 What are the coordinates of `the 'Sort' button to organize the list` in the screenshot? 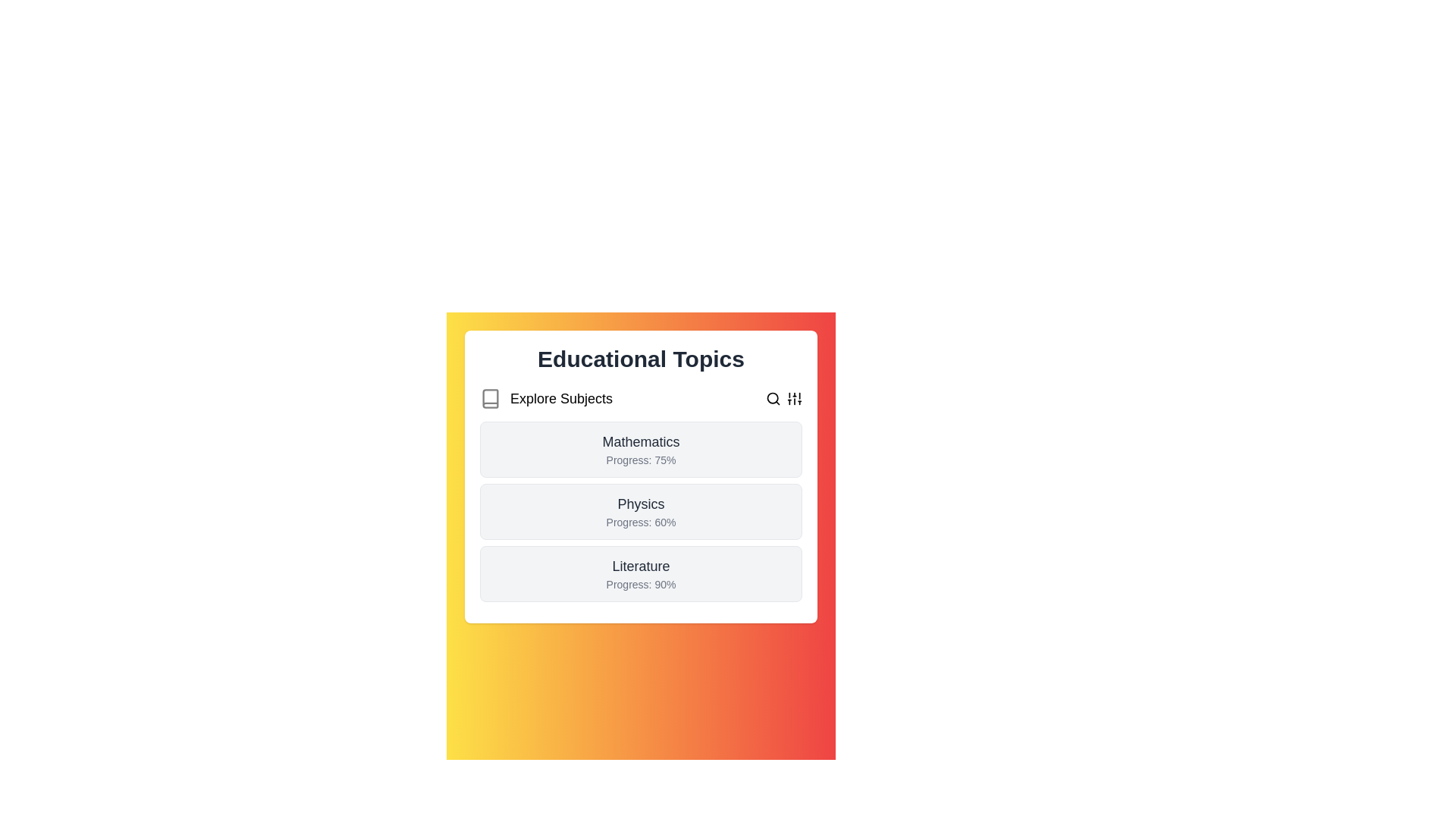 It's located at (793, 397).